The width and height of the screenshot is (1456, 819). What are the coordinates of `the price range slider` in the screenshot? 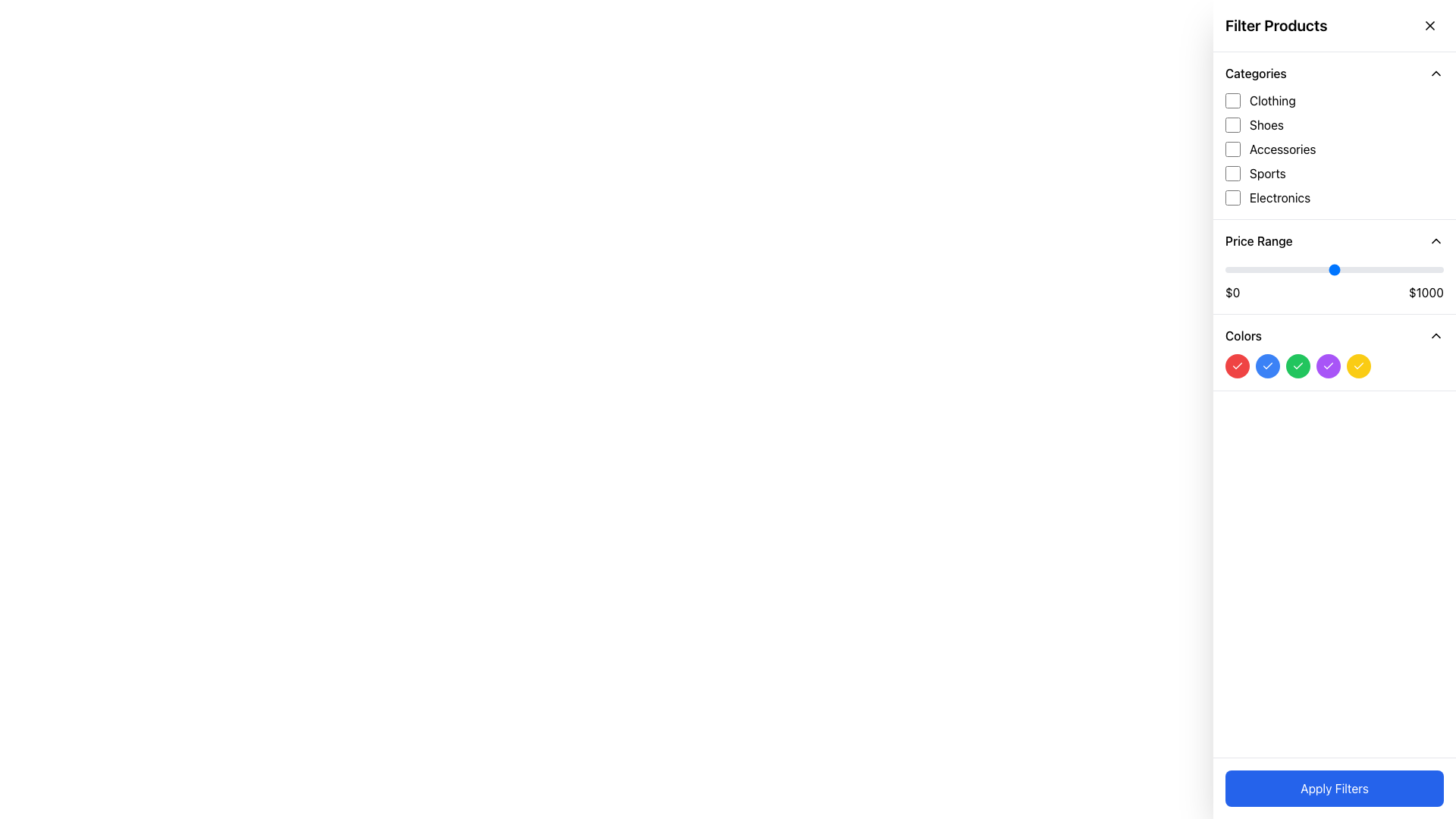 It's located at (1395, 268).